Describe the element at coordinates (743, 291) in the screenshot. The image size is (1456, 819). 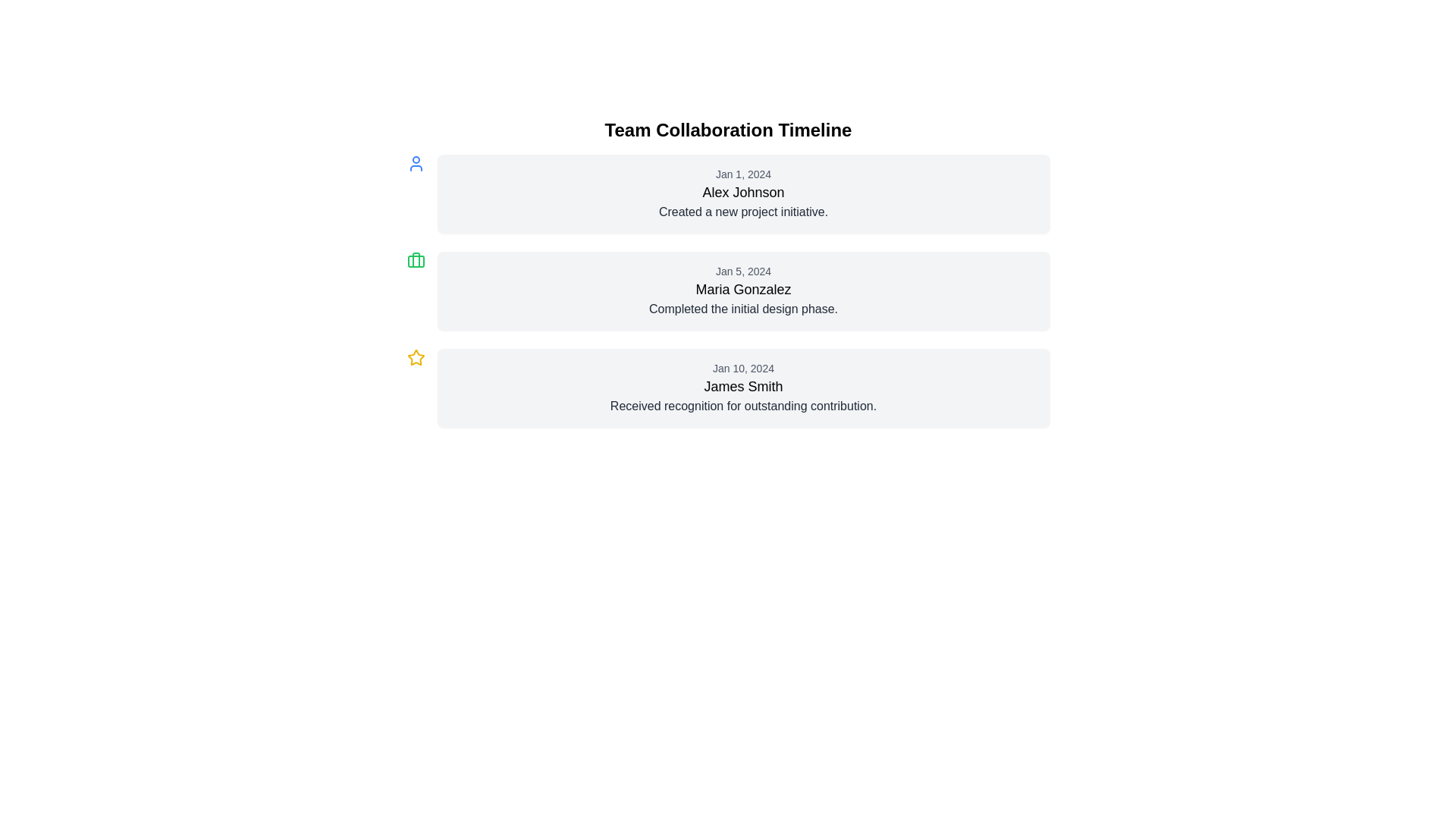
I see `the second Informational Card in the timeline, which displays a task completion entry with relevant date and responsible person information` at that location.